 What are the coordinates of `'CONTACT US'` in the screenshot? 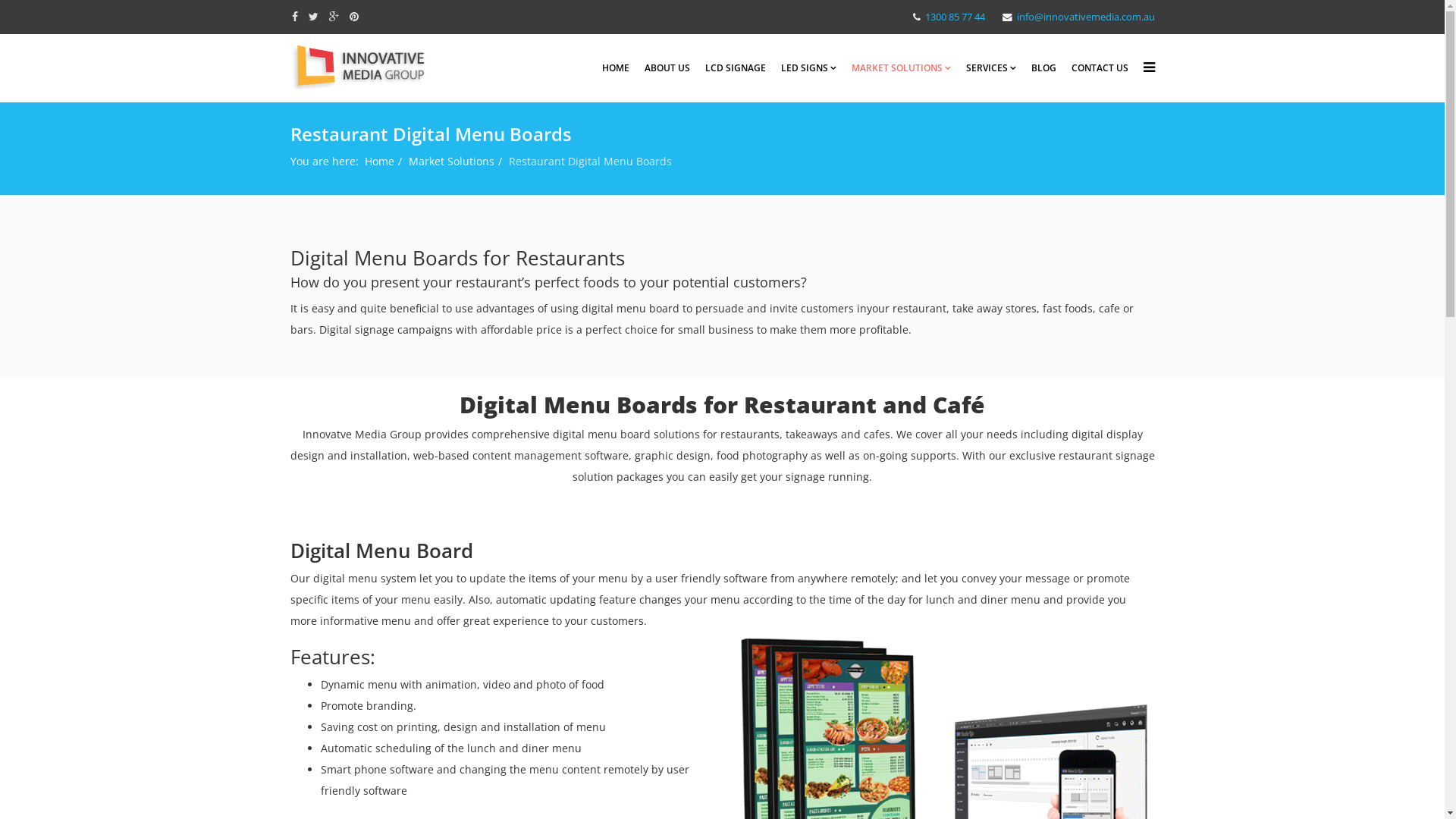 It's located at (1099, 67).